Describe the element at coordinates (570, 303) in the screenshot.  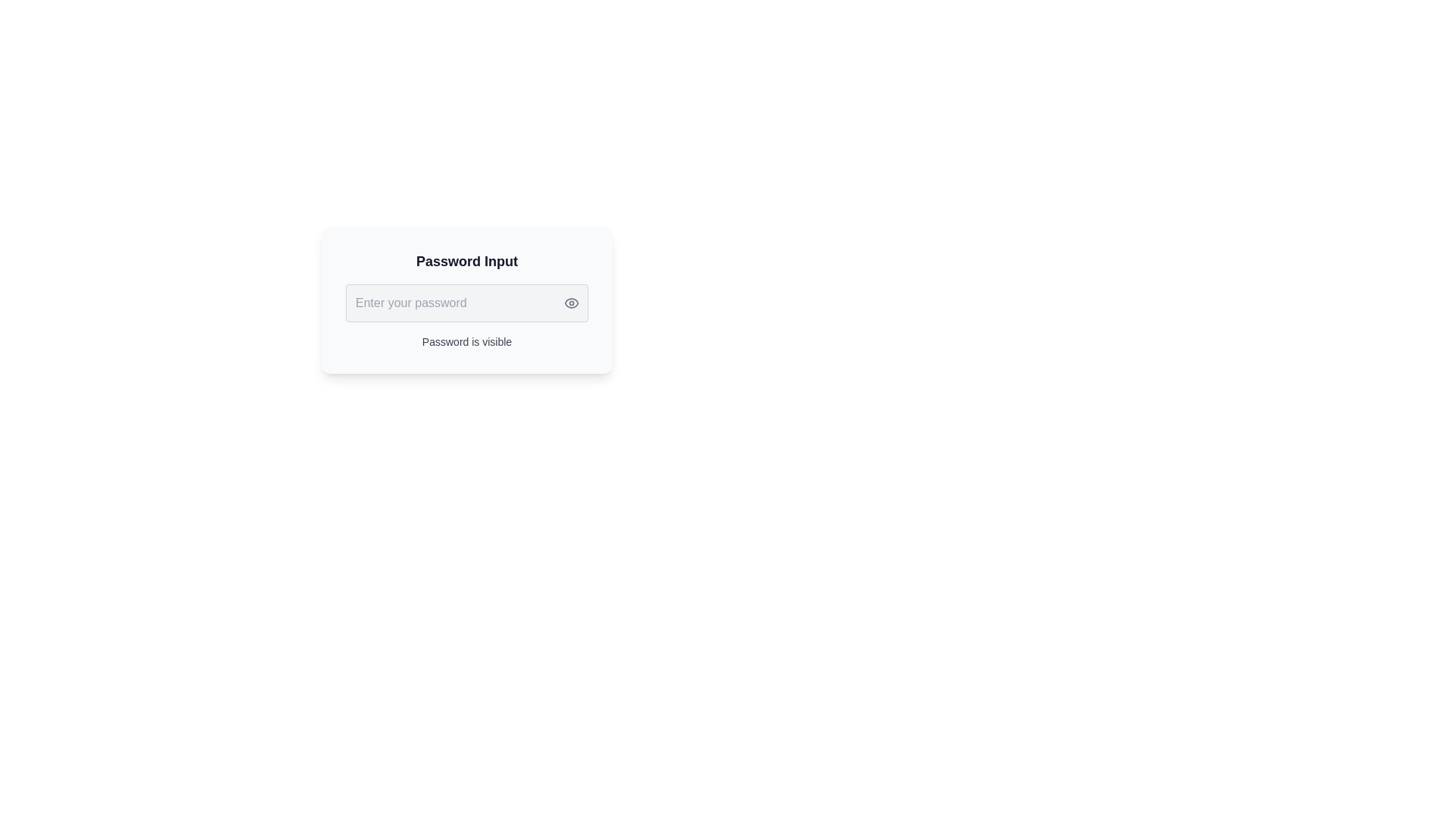
I see `the eye-shaped icon within the button located on the right end of the password input field to observe any visual changes` at that location.